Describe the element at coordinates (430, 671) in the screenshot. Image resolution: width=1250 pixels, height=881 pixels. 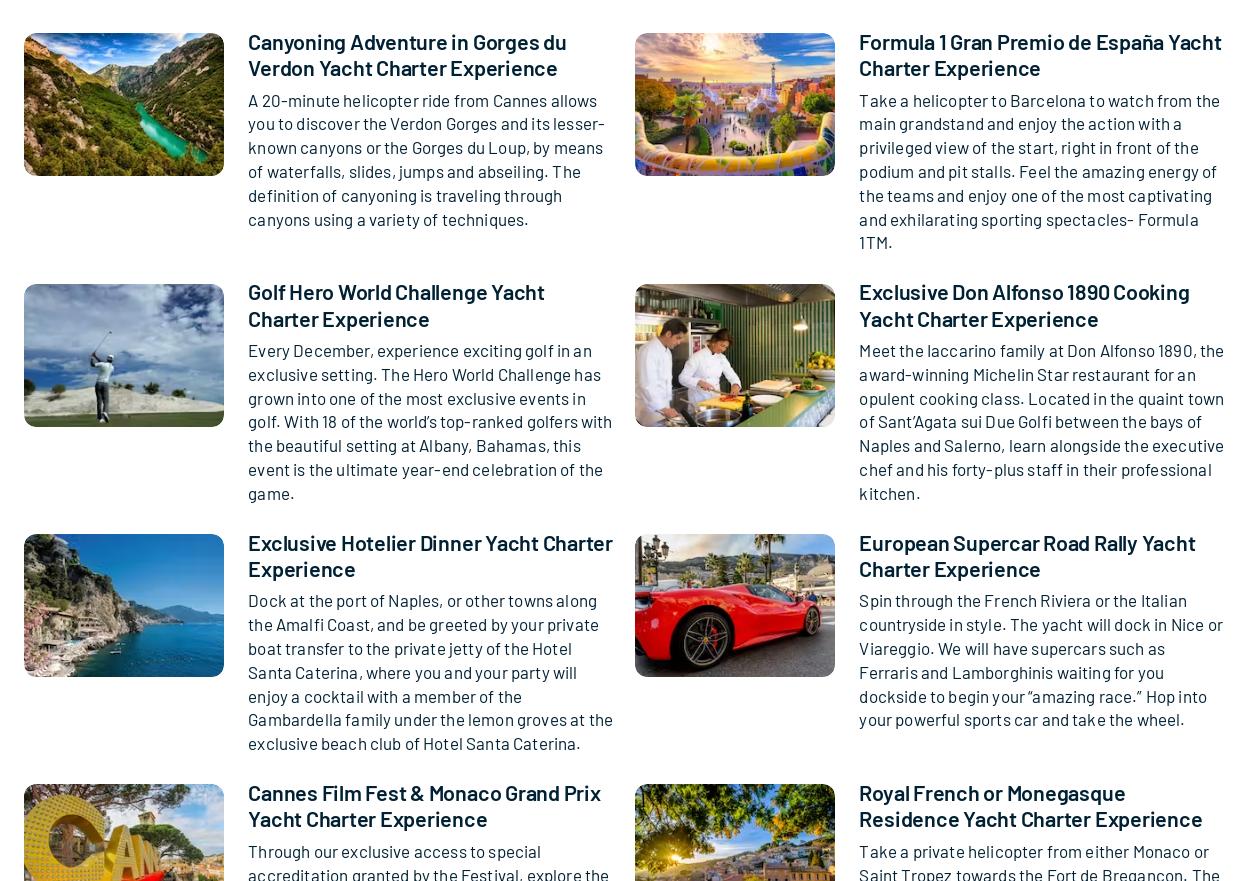
I see `'Dock at the port of Naples, or other towns along the Amalfi Coast, and be greeted by your private boat transfer to the private jetty of the Hotel Santa Caterina, where you and your party will enjoy a cocktail with a member of the Gambardella family under the lemon groves at the exclusive beach club of Hotel Santa Caterina.'` at that location.